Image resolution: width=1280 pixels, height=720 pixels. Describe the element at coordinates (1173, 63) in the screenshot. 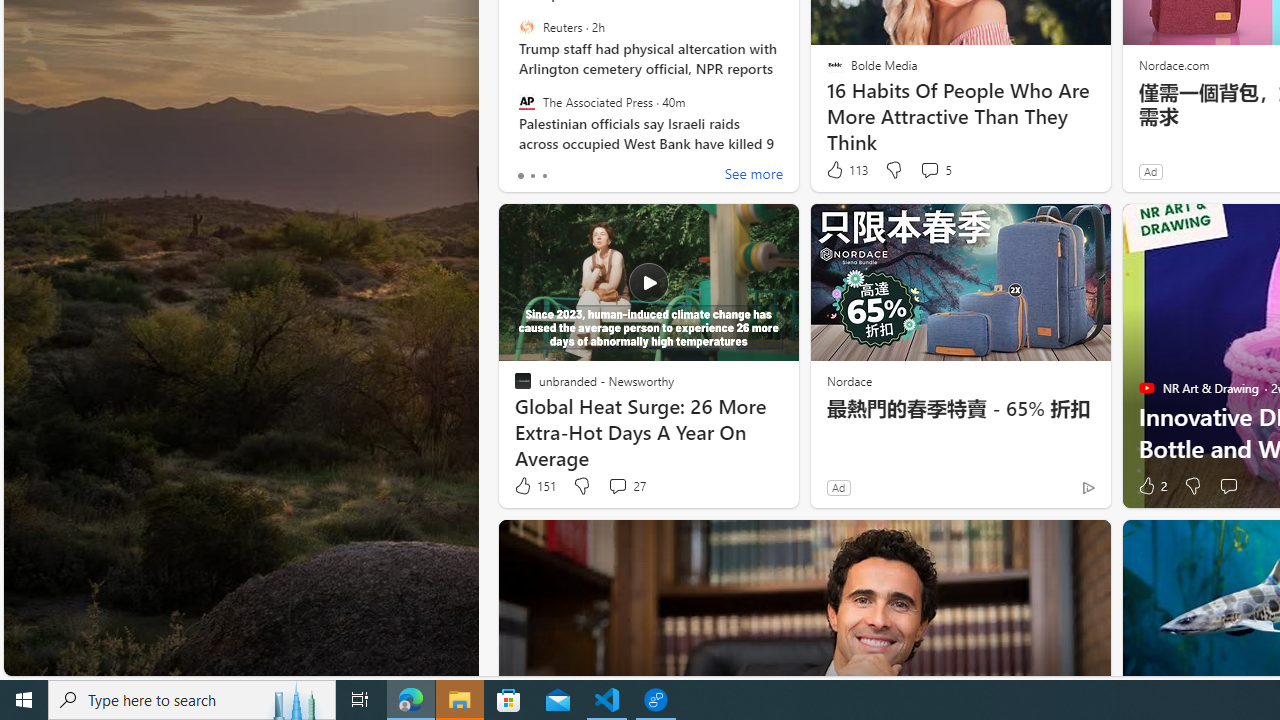

I see `'Nordace.com'` at that location.